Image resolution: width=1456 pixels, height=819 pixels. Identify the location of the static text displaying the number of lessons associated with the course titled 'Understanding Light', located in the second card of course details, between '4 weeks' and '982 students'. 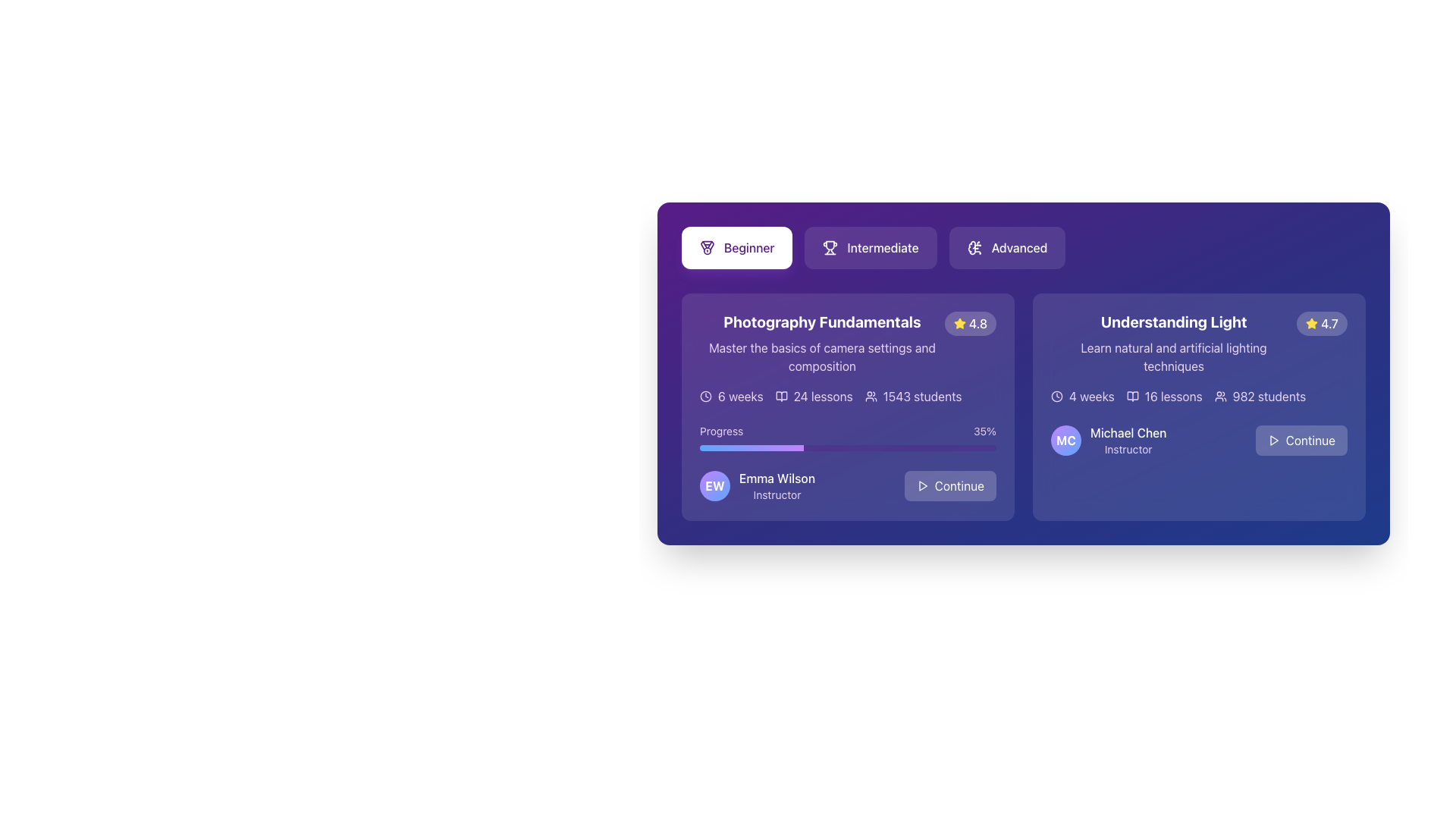
(1163, 396).